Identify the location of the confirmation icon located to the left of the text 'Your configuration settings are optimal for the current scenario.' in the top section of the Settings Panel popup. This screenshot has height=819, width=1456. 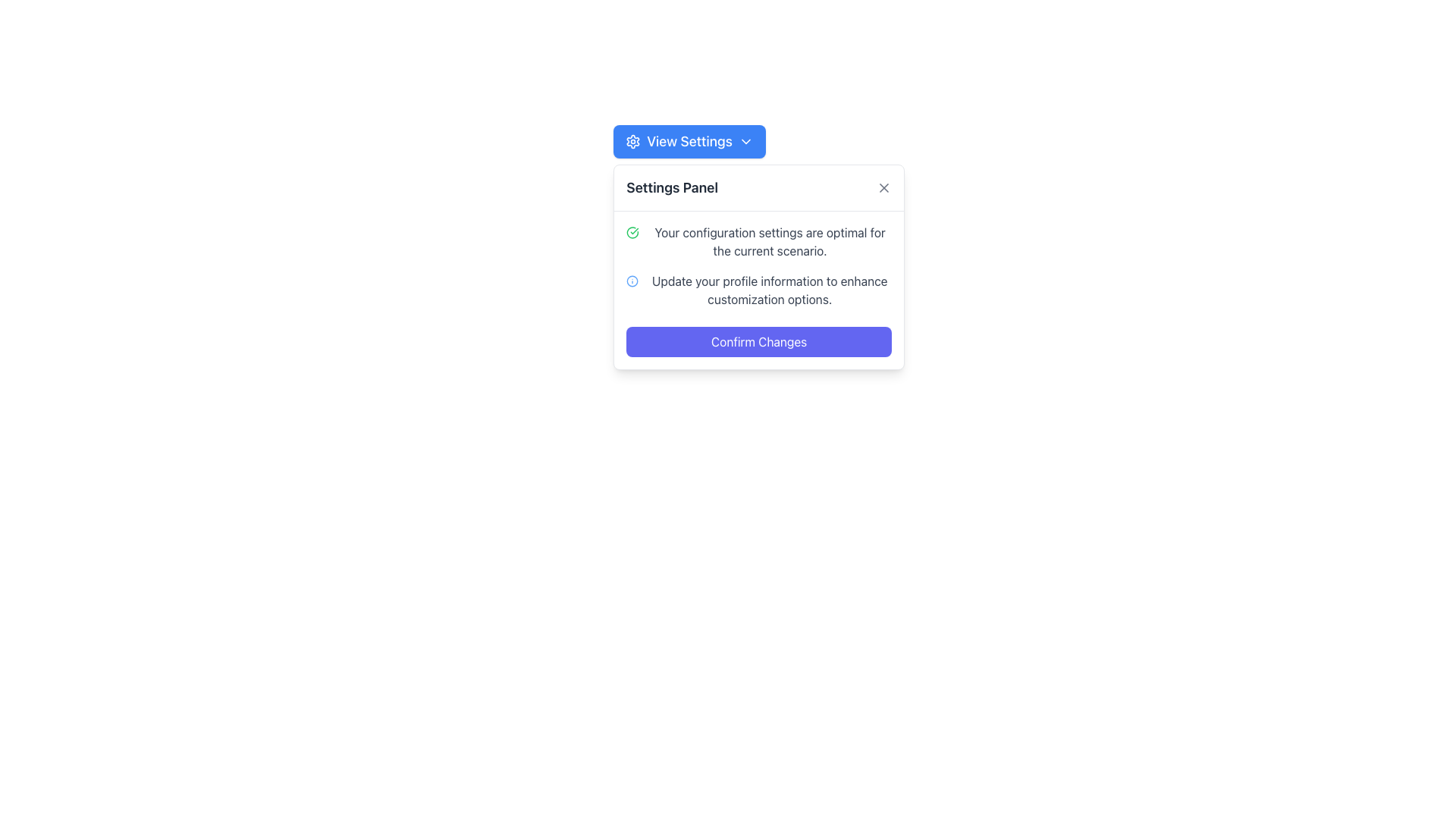
(632, 233).